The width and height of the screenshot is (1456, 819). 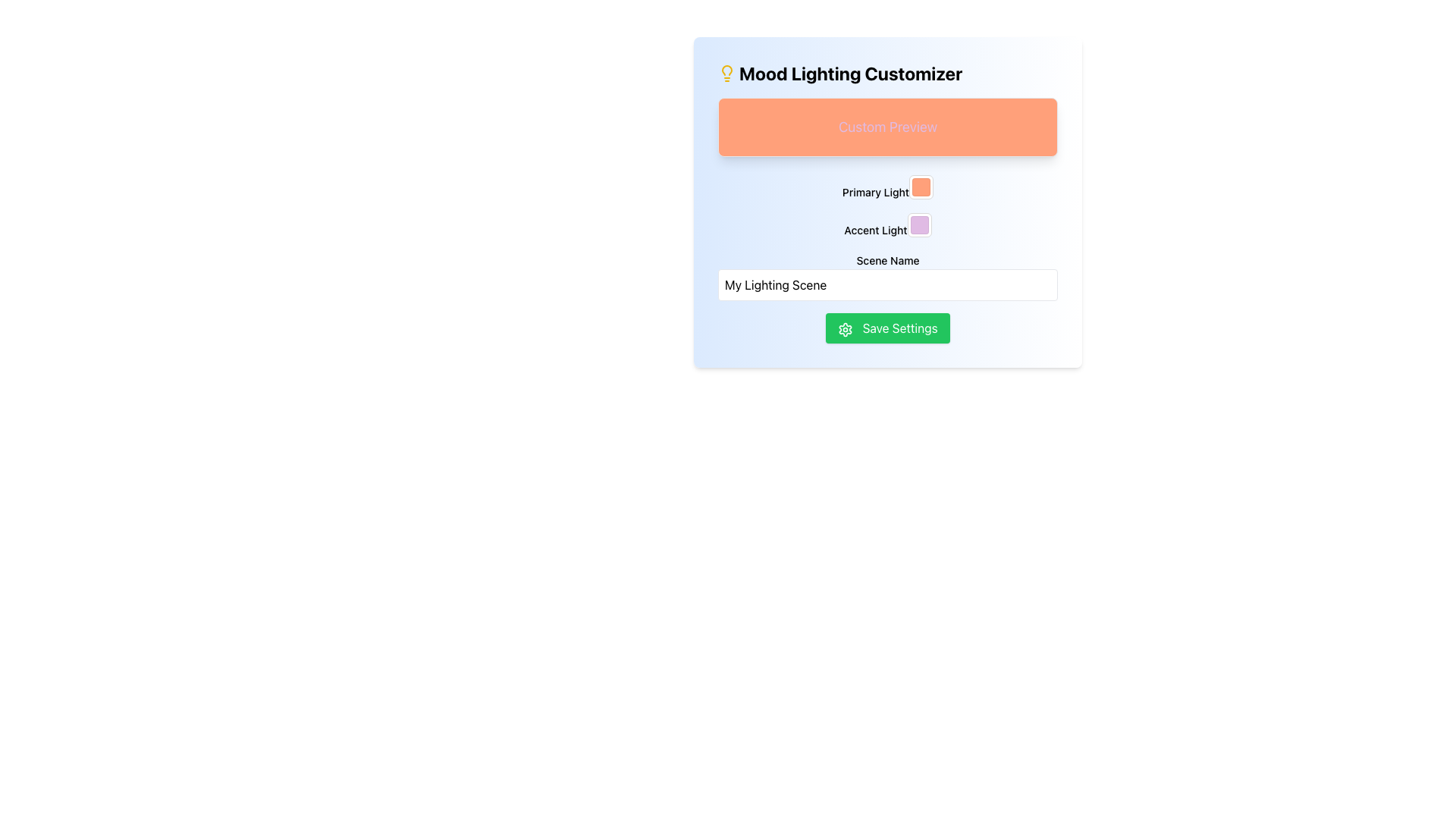 I want to click on the Color Picker Trigger Button, so click(x=918, y=225).